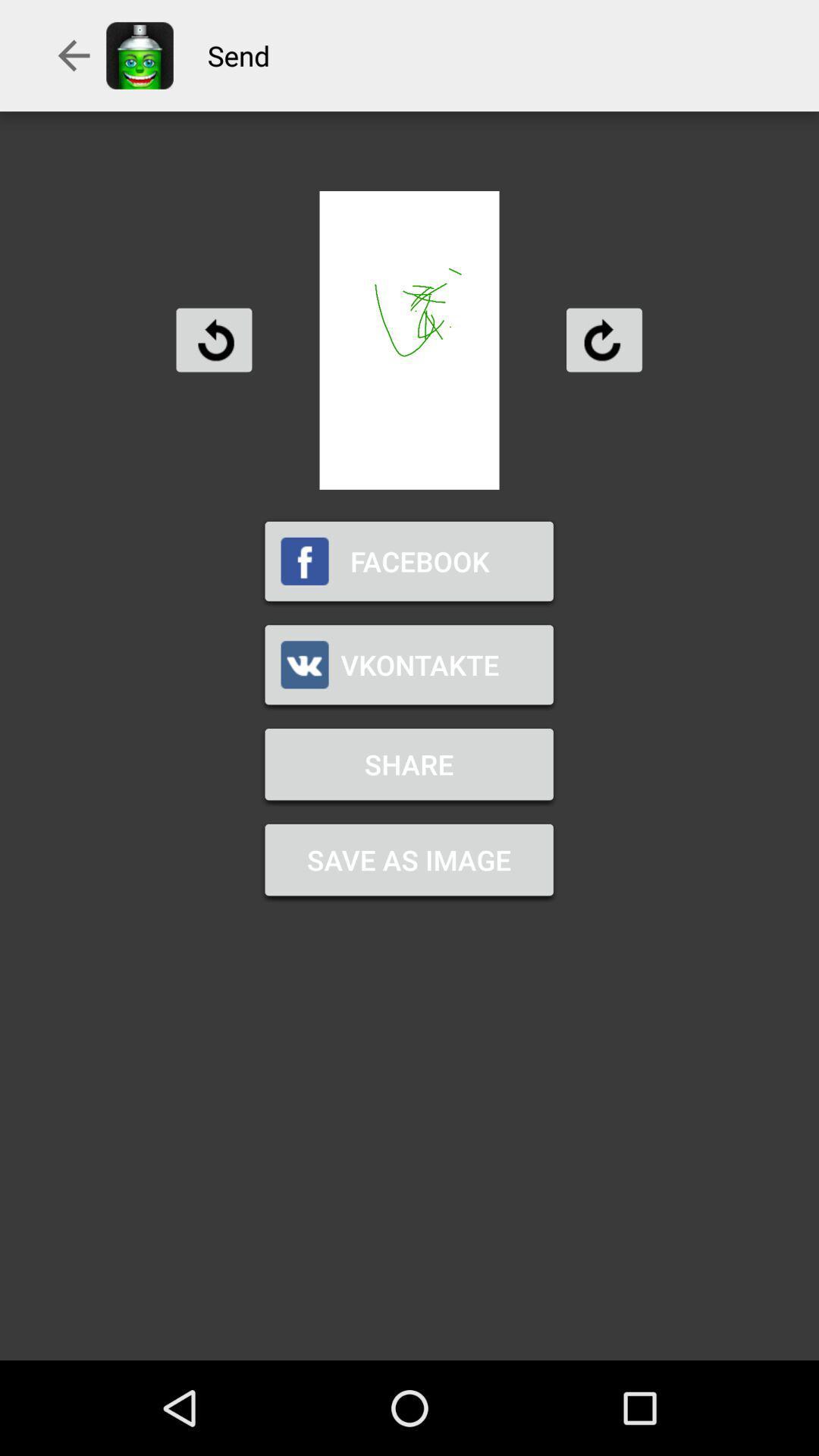  What do you see at coordinates (603, 339) in the screenshot?
I see `go ahead` at bounding box center [603, 339].